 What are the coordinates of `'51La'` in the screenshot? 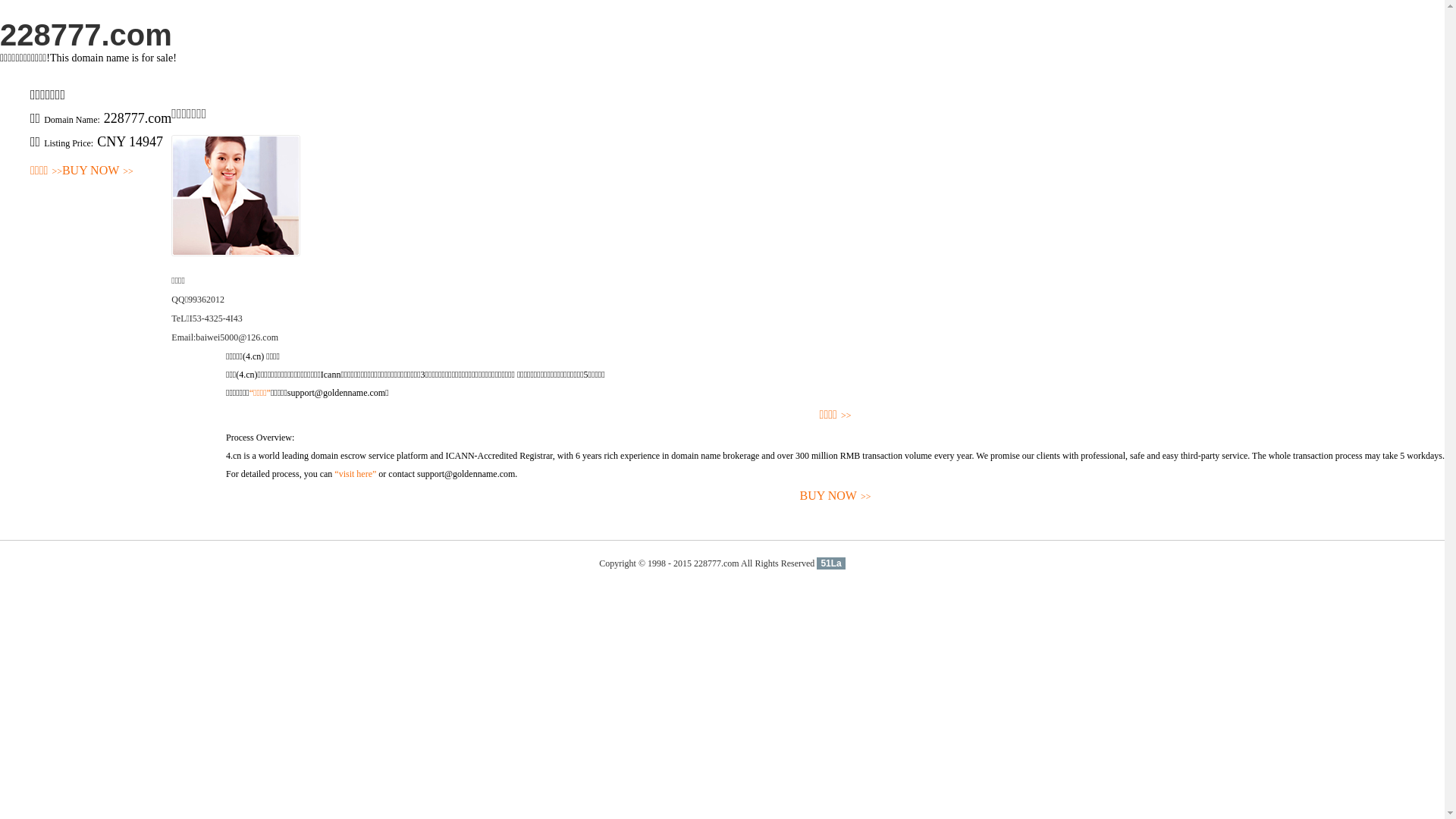 It's located at (830, 563).